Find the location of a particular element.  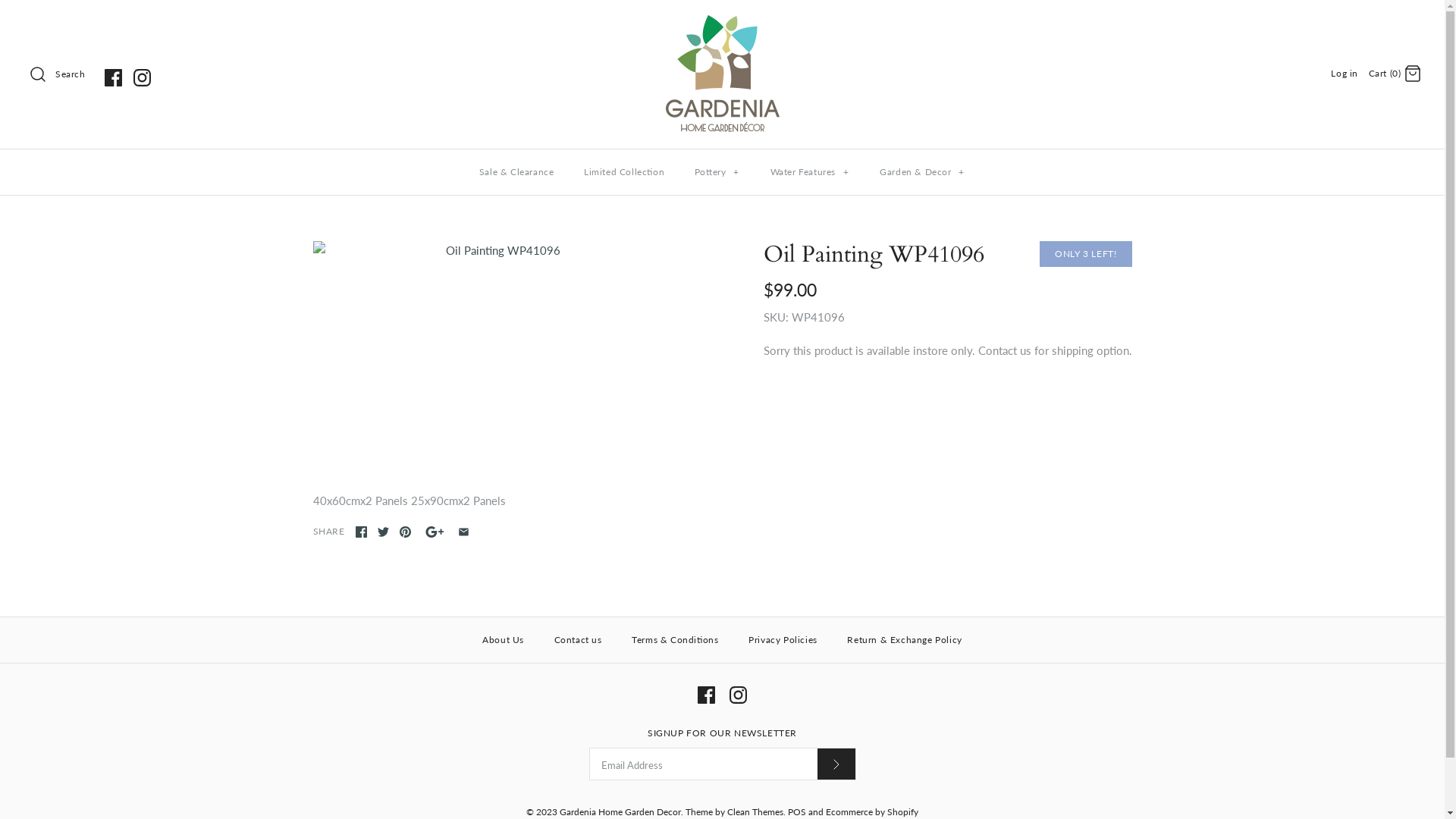

'Garden & Decor +' is located at coordinates (921, 171).